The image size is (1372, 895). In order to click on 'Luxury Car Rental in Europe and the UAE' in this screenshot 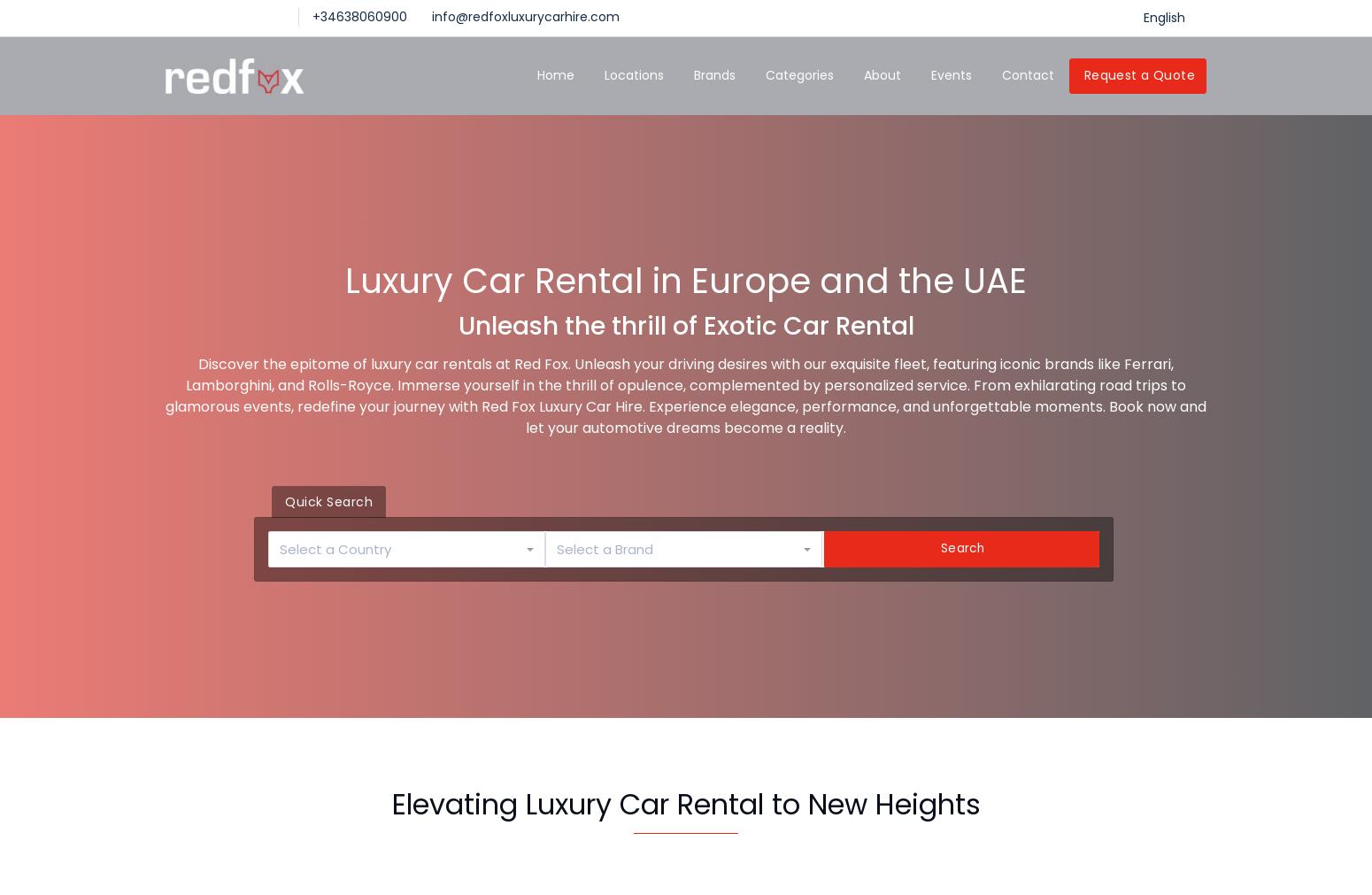, I will do `click(686, 281)`.